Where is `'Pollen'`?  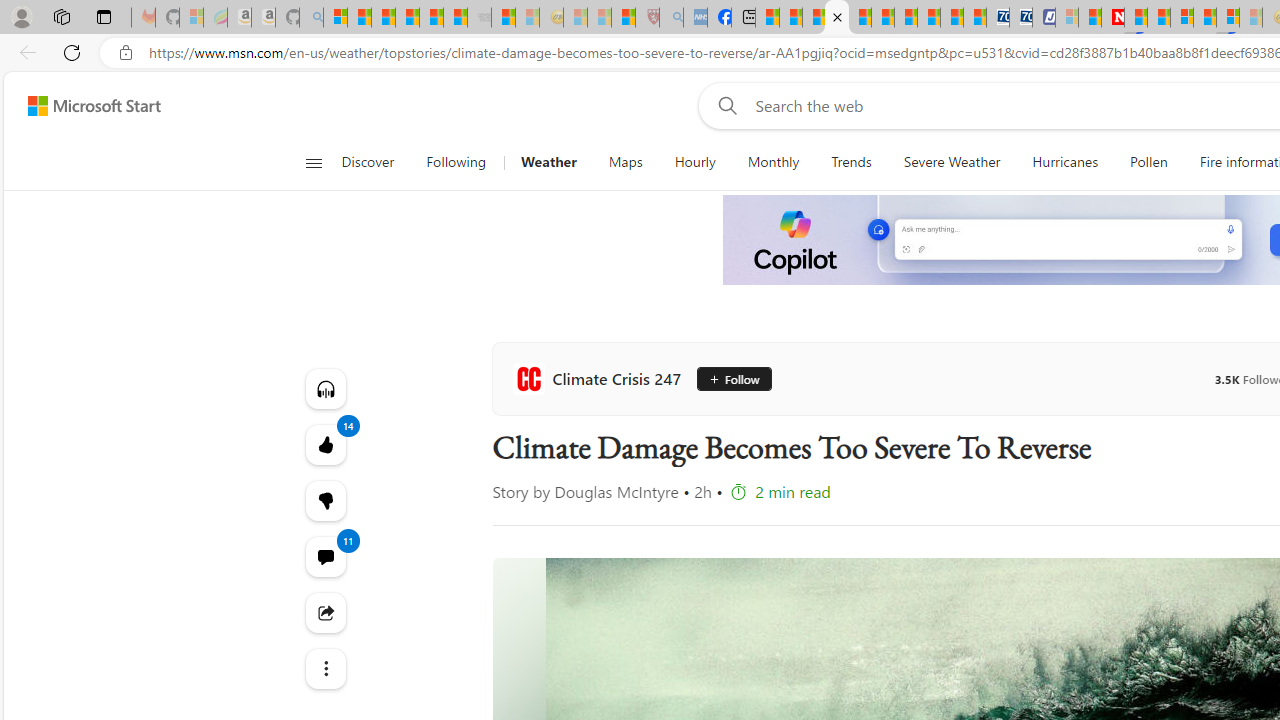 'Pollen' is located at coordinates (1148, 162).